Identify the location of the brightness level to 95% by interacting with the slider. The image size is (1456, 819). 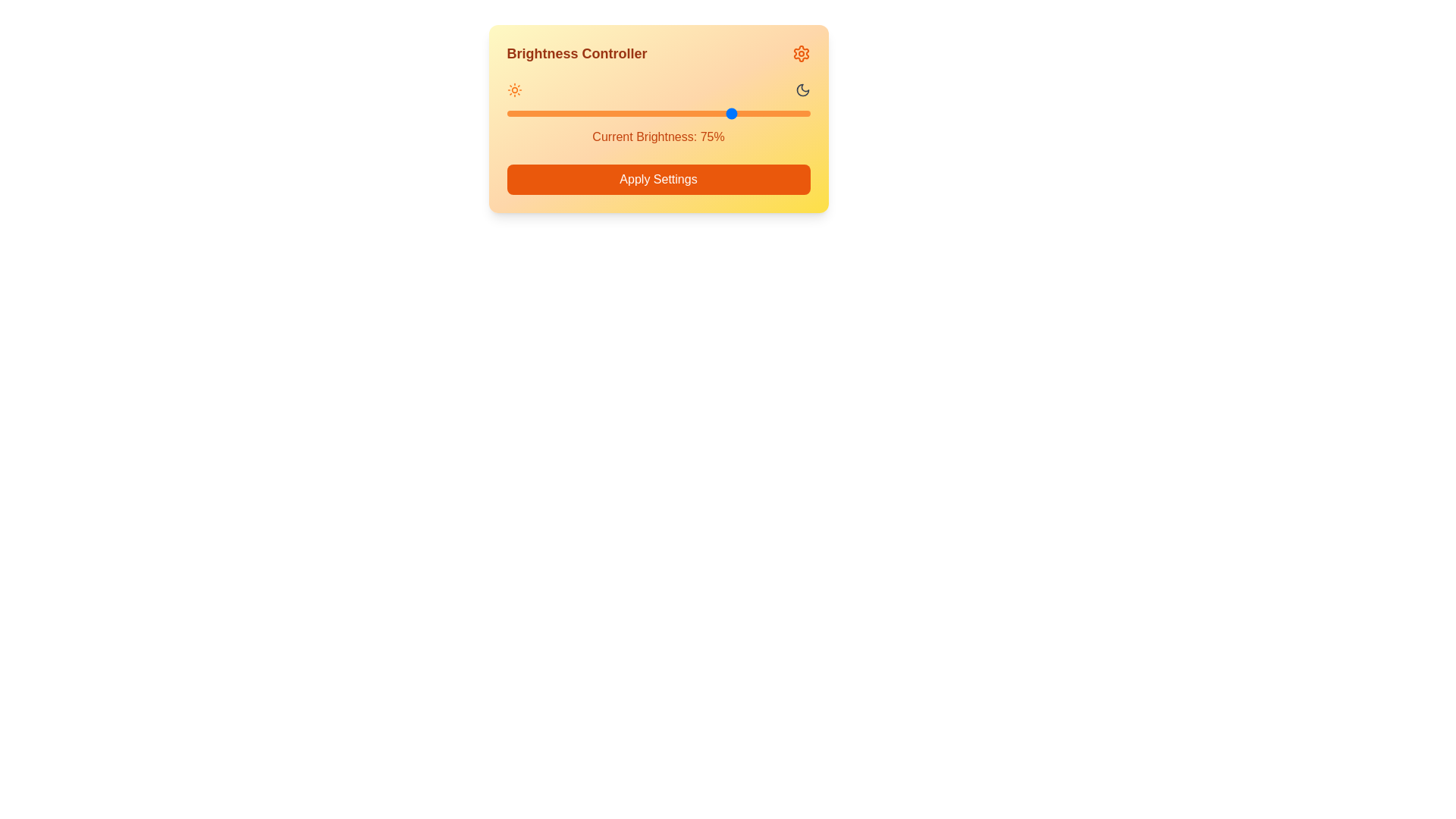
(794, 113).